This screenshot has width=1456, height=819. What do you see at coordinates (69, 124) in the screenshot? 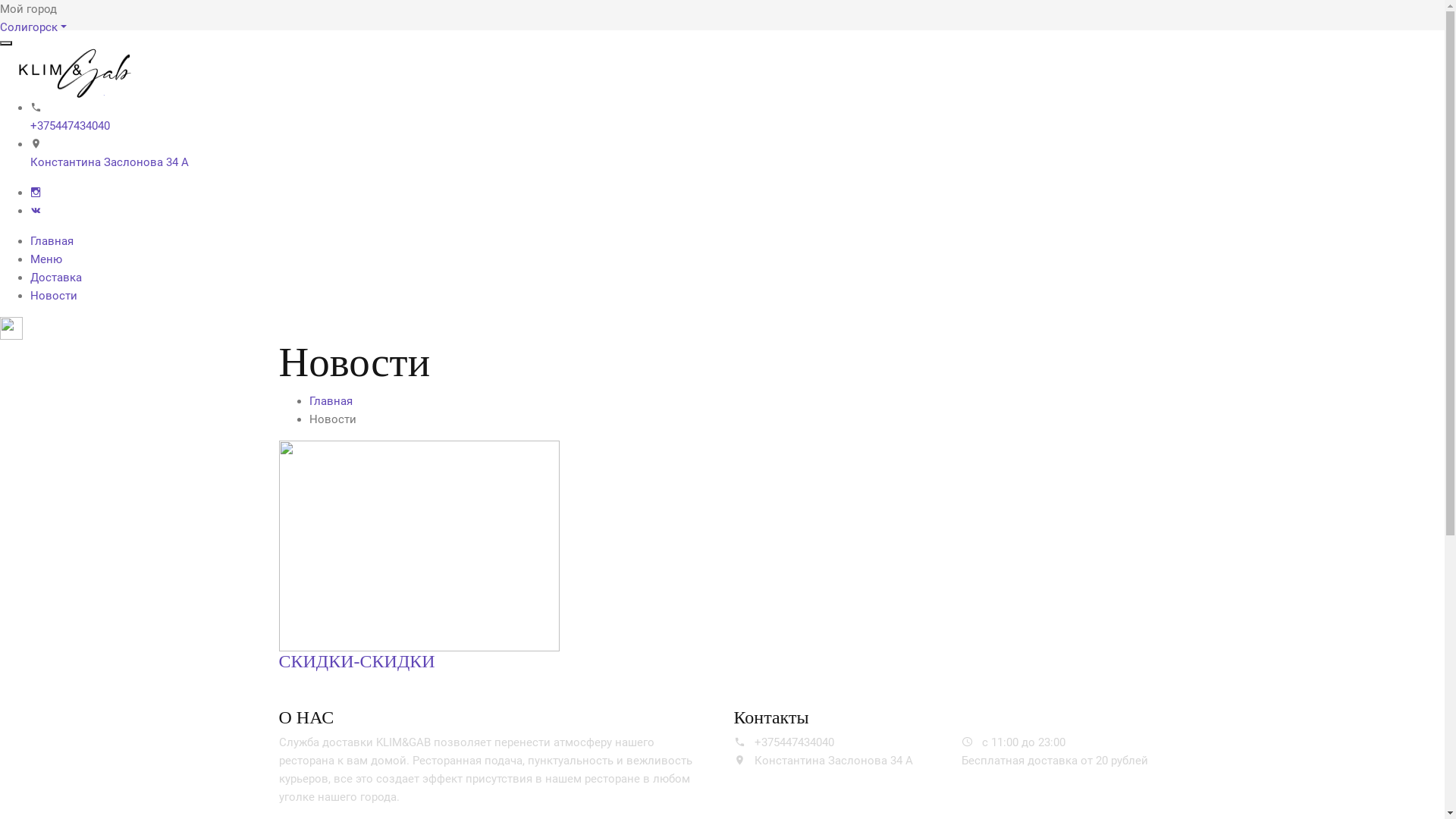
I see `'+375447434040'` at bounding box center [69, 124].